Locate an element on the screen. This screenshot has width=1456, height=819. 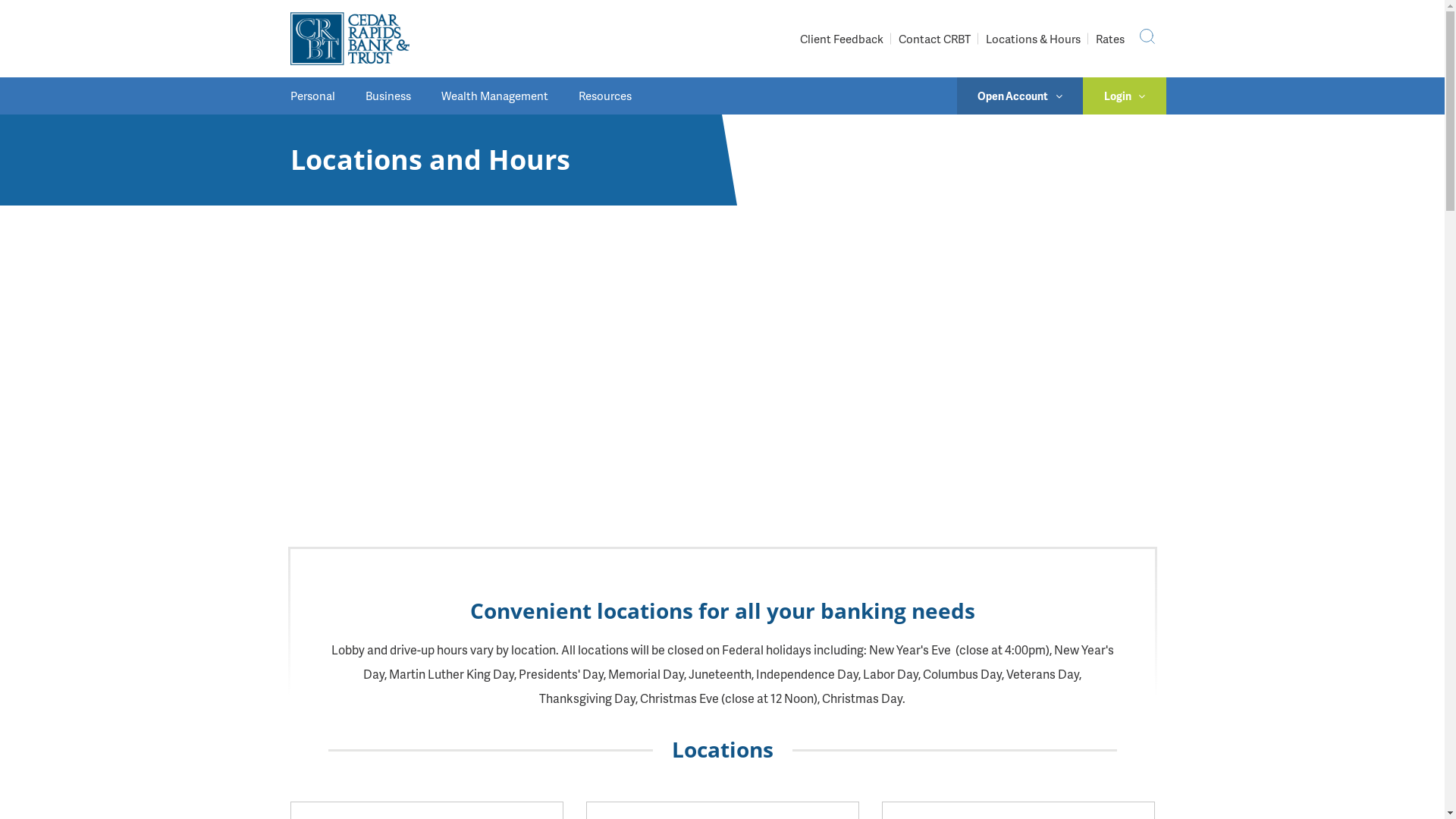
'Business' is located at coordinates (388, 96).